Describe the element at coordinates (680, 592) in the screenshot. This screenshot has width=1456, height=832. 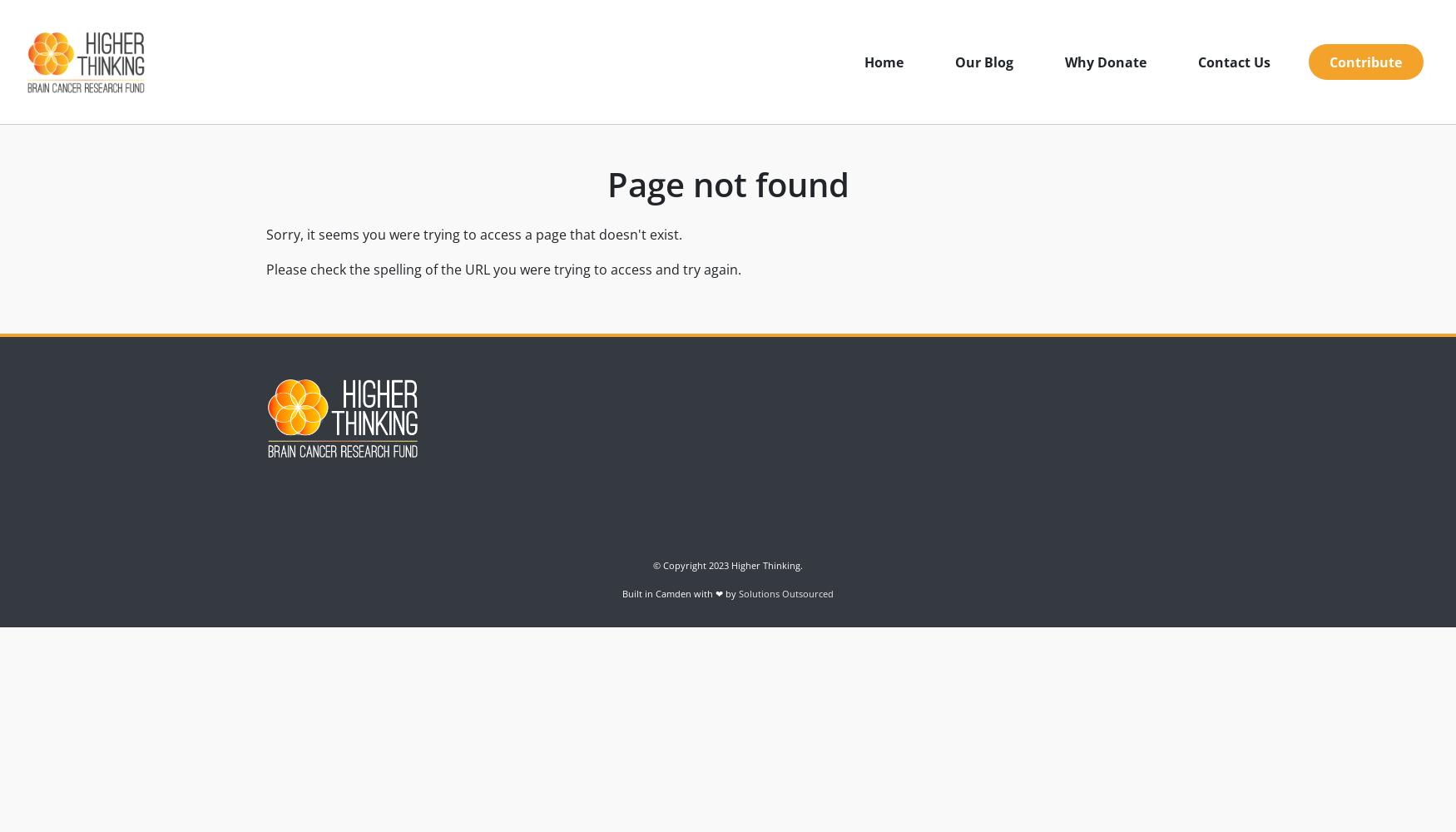
I see `'Built in Camden with ❤ by'` at that location.